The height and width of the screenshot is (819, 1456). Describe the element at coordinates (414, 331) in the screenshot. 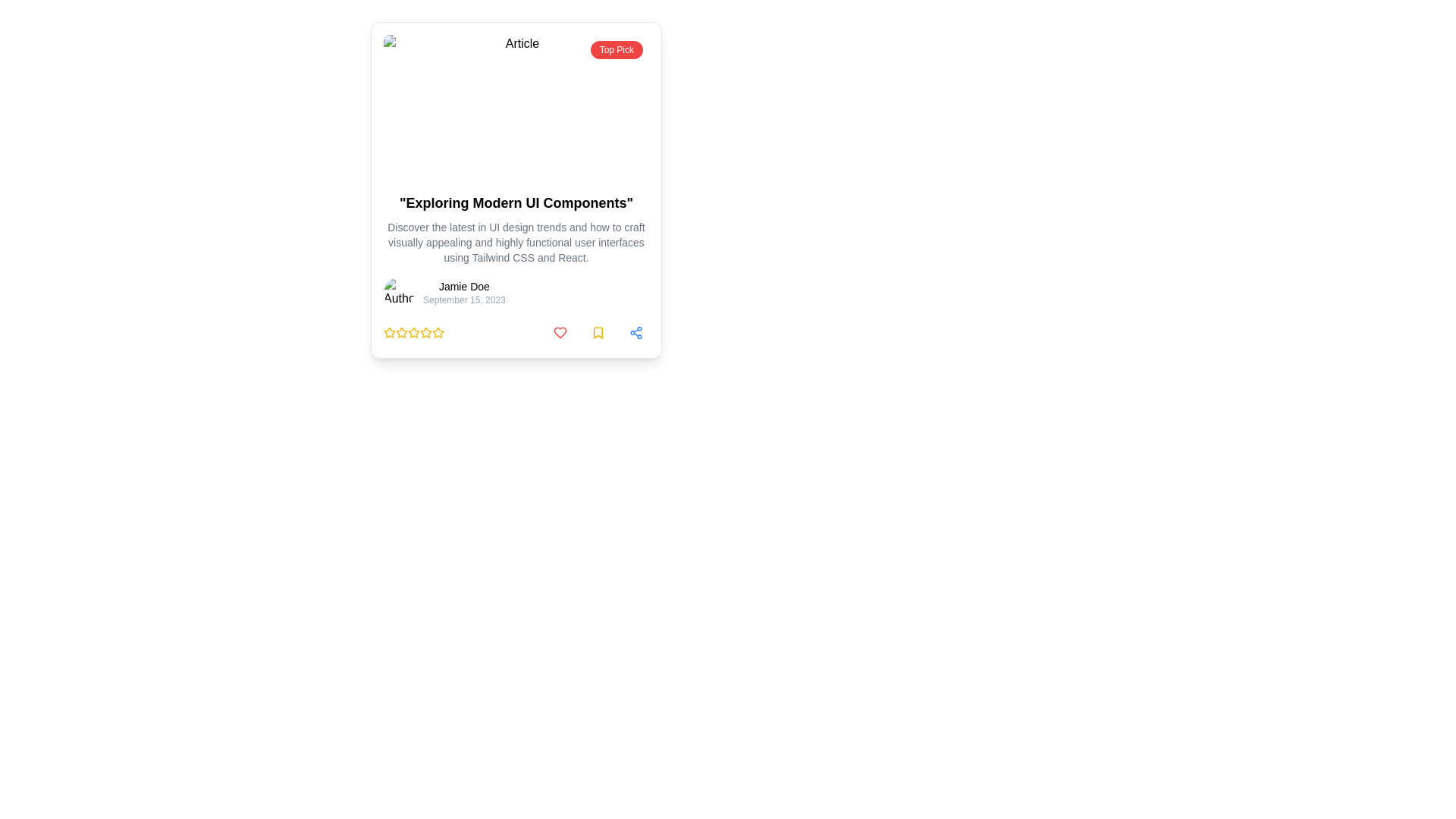

I see `the third star icon in the rating system located below the article title and author information` at that location.